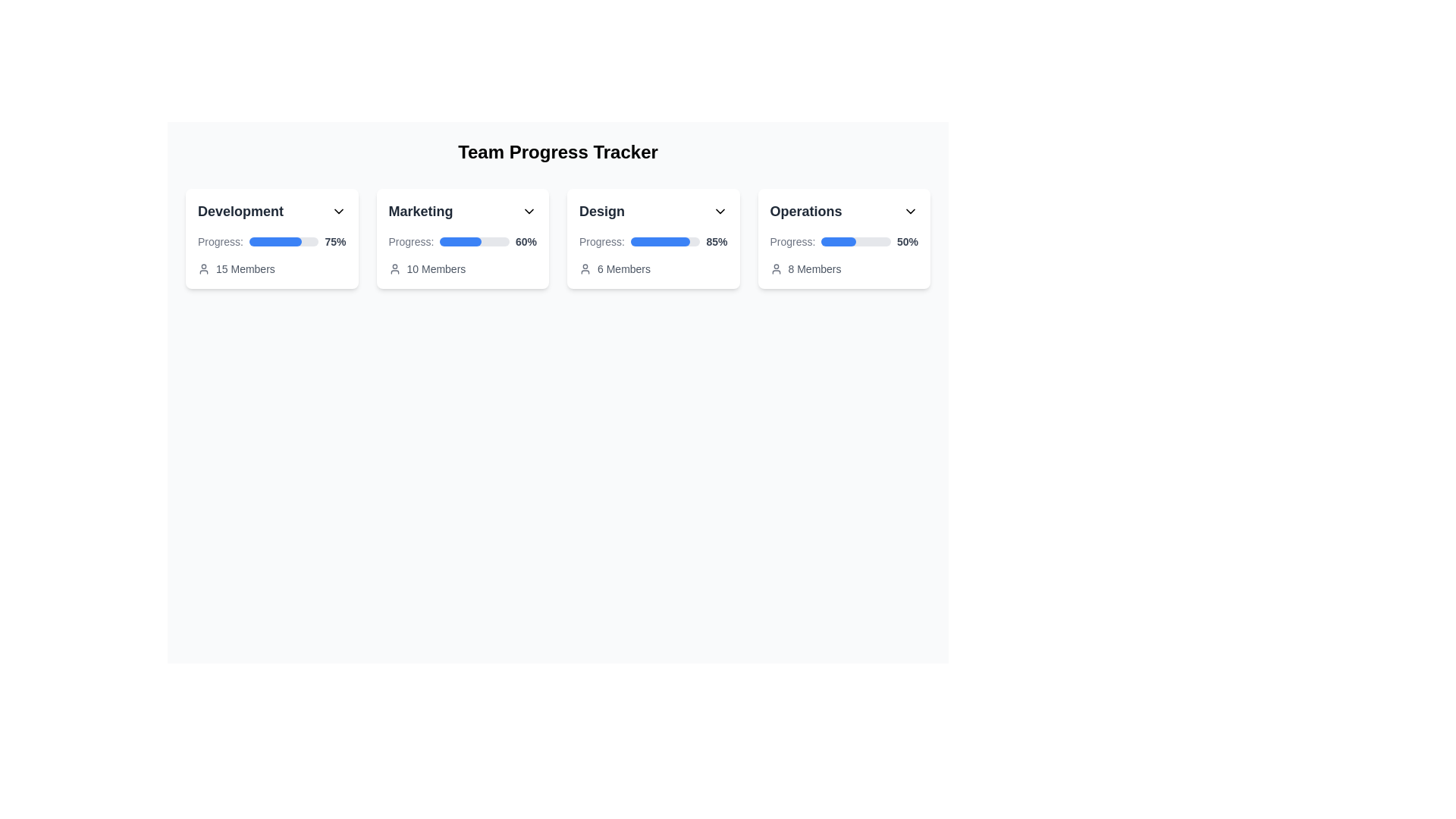 This screenshot has height=819, width=1456. I want to click on the progress bar labeled 'Progress:' which shows 85% completion within the 'Design' card, so click(653, 241).